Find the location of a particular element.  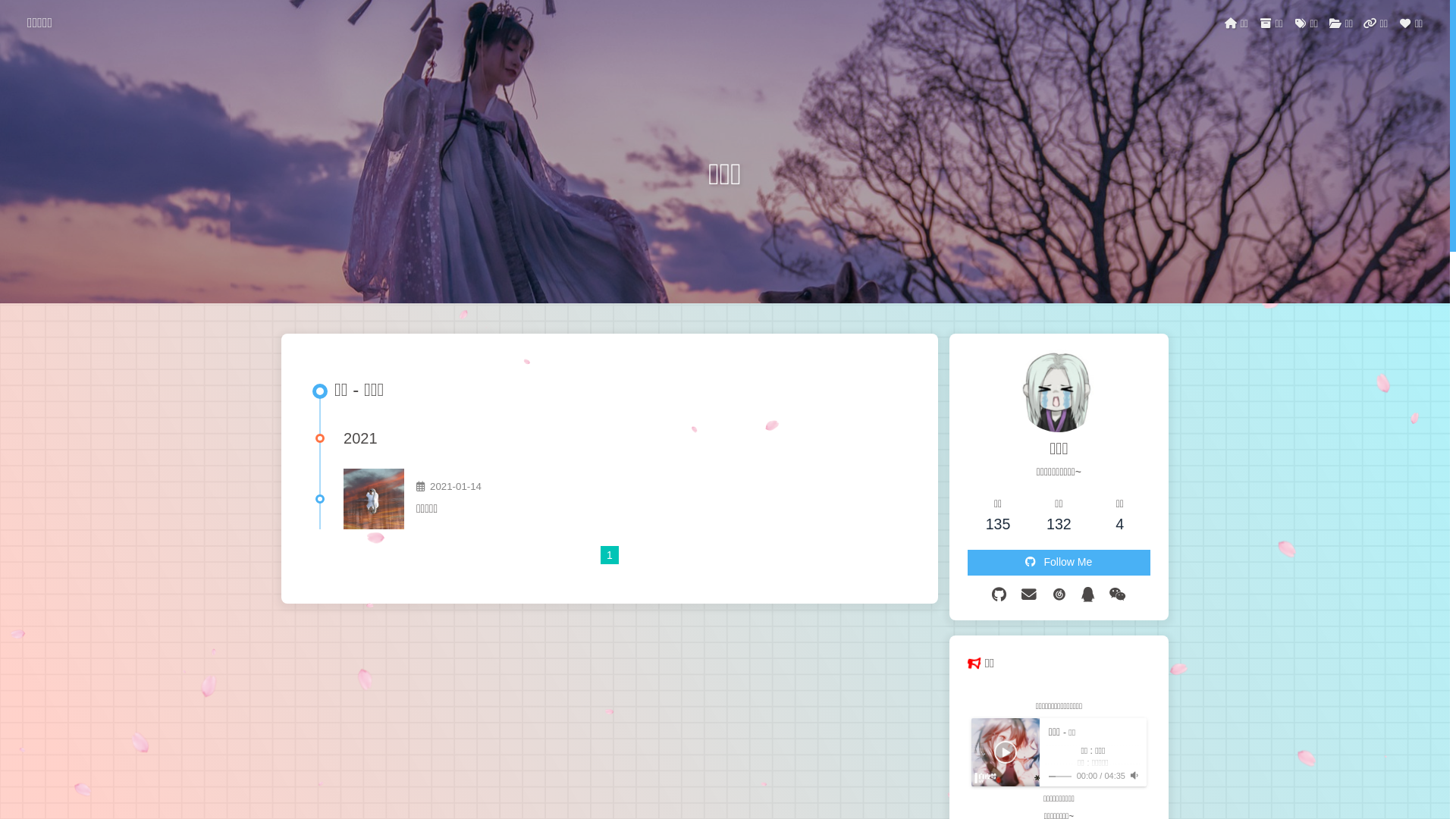

'Github' is located at coordinates (999, 593).